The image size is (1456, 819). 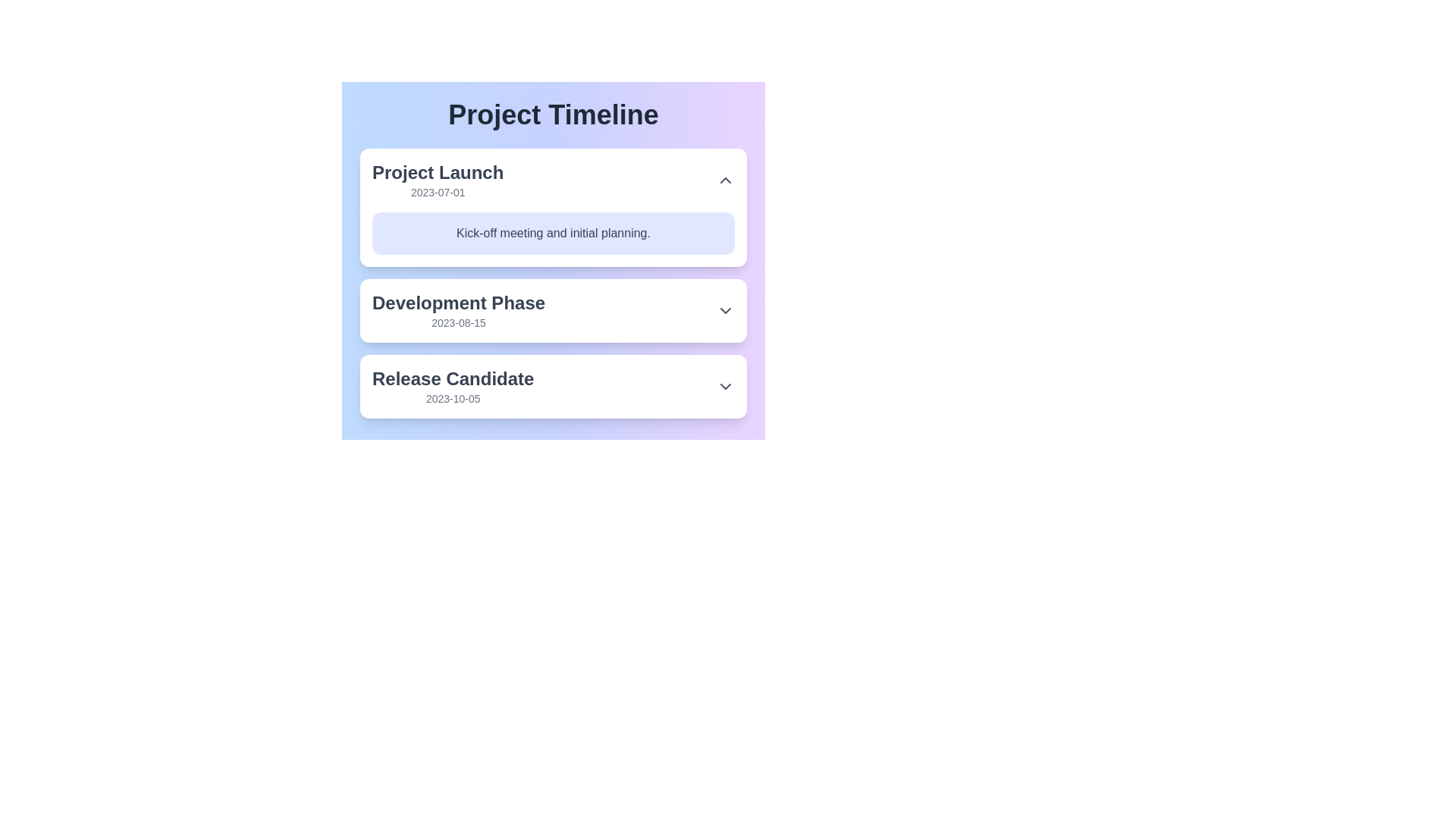 I want to click on the upward-pointing chevron icon button located to the right side of the 'Project Launch' title, so click(x=724, y=180).